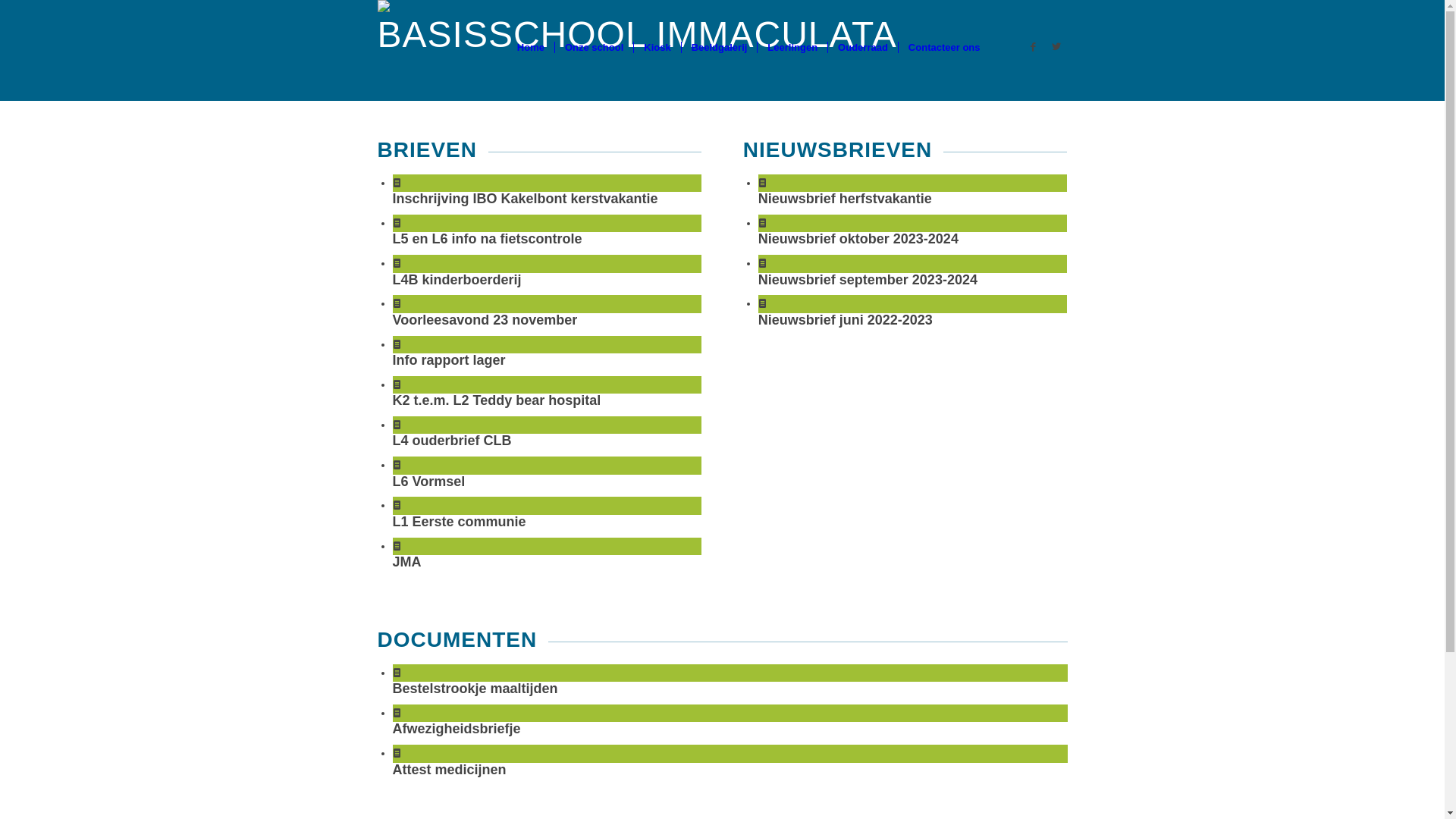 This screenshot has height=819, width=1456. Describe the element at coordinates (428, 482) in the screenshot. I see `'L6 Vormsel'` at that location.